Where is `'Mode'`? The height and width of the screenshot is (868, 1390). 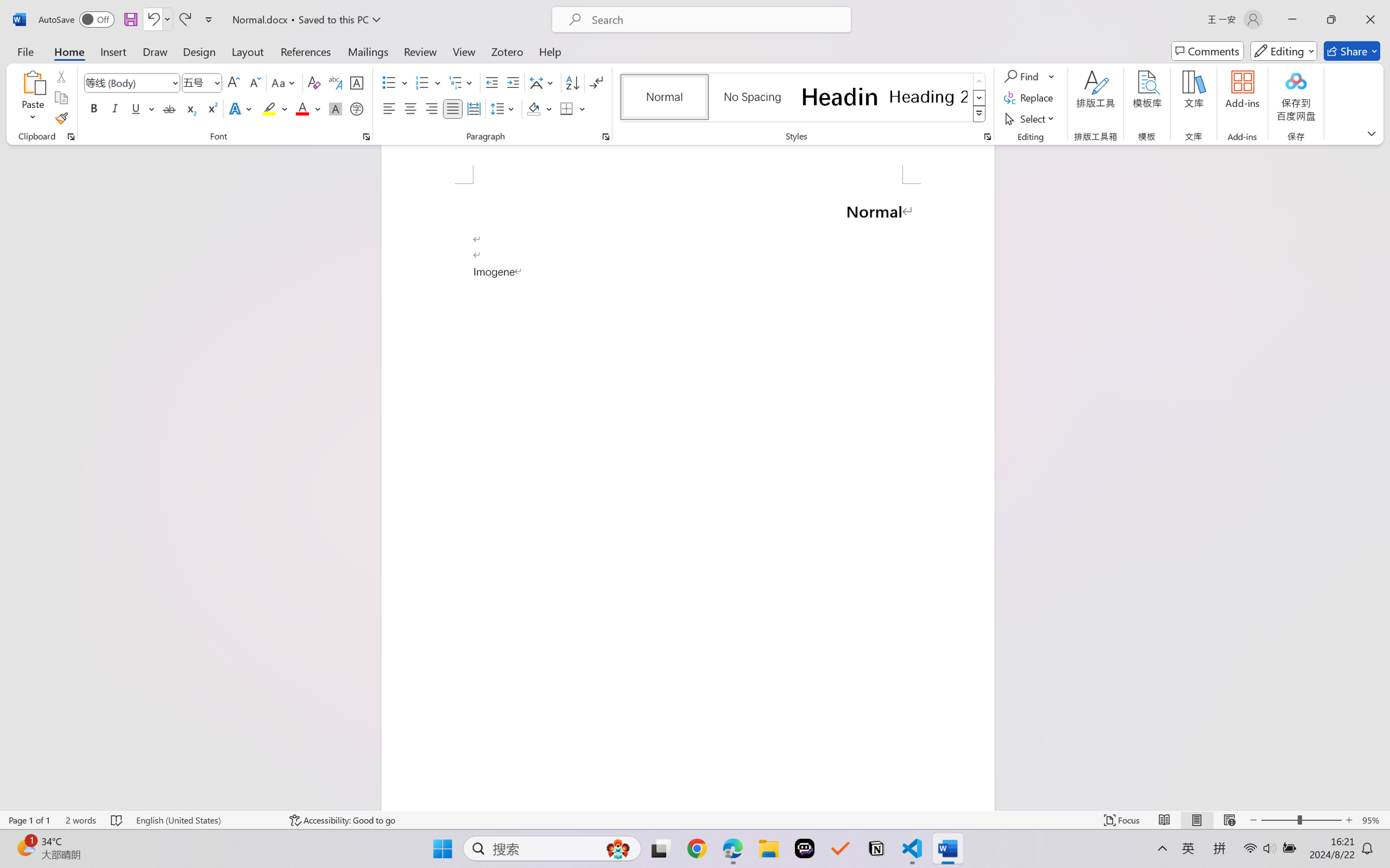 'Mode' is located at coordinates (1284, 51).